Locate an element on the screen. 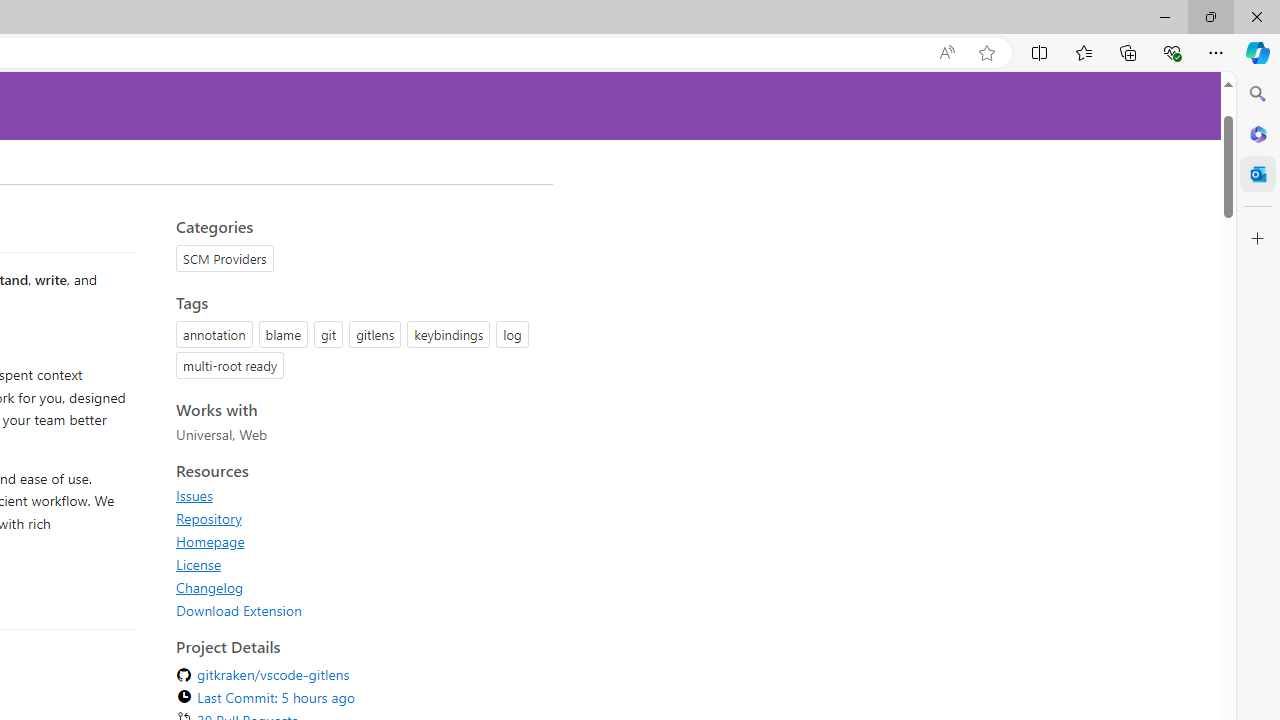 Image resolution: width=1280 pixels, height=720 pixels. 'Download Extension' is located at coordinates (239, 609).